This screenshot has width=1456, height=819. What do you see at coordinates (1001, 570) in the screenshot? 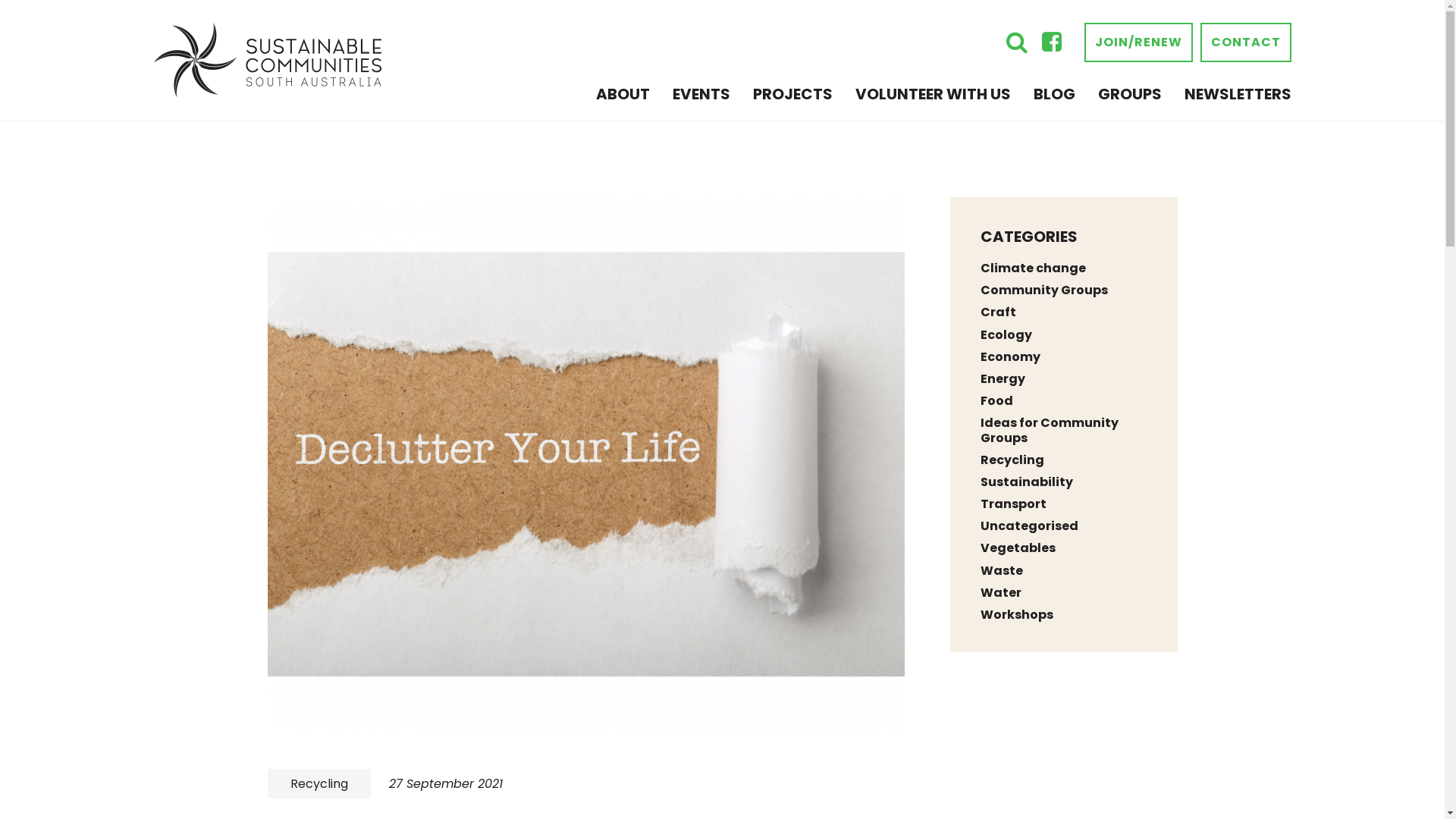
I see `'Waste'` at bounding box center [1001, 570].